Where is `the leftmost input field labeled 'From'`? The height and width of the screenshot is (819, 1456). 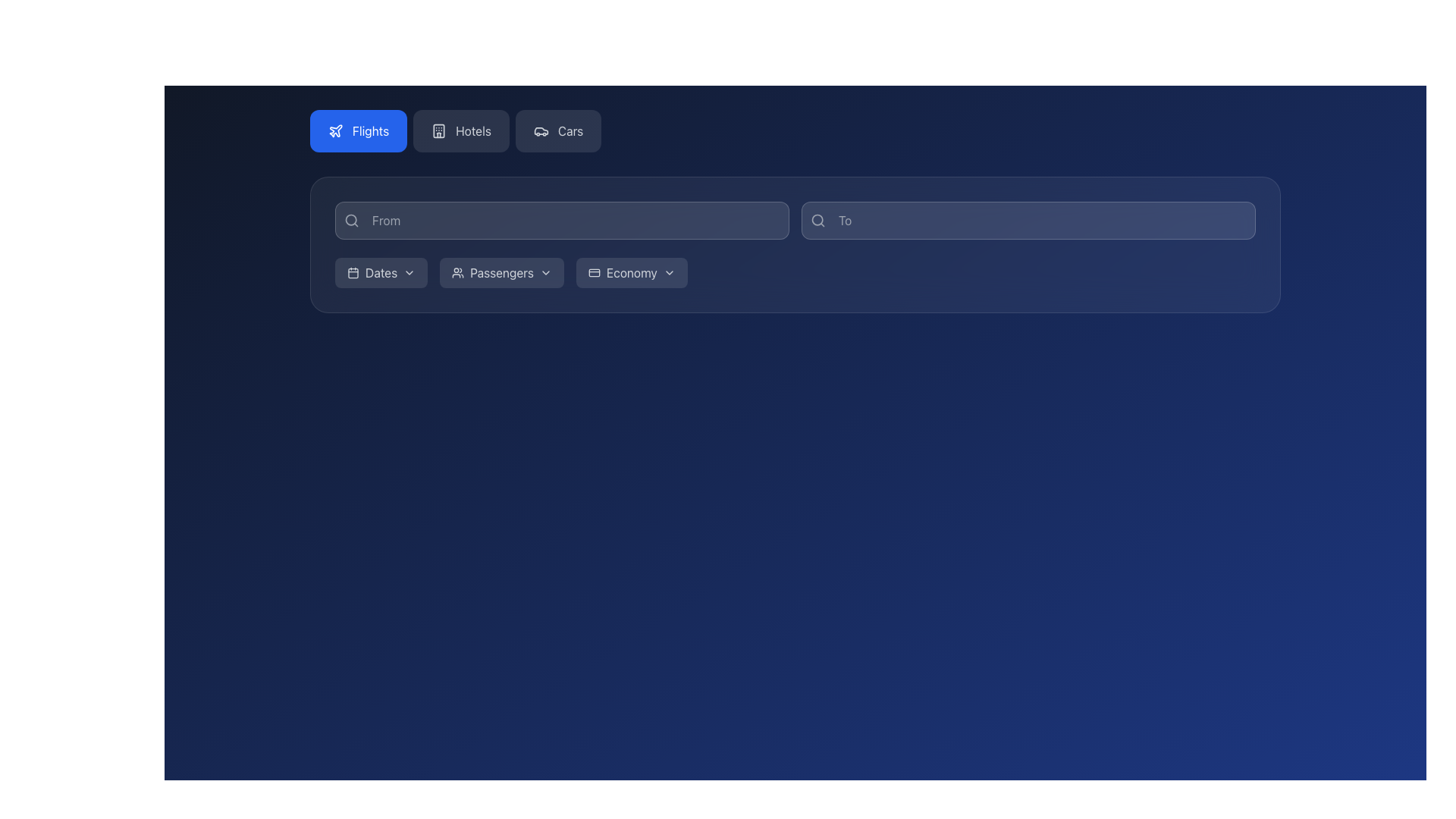 the leftmost input field labeled 'From' is located at coordinates (561, 220).